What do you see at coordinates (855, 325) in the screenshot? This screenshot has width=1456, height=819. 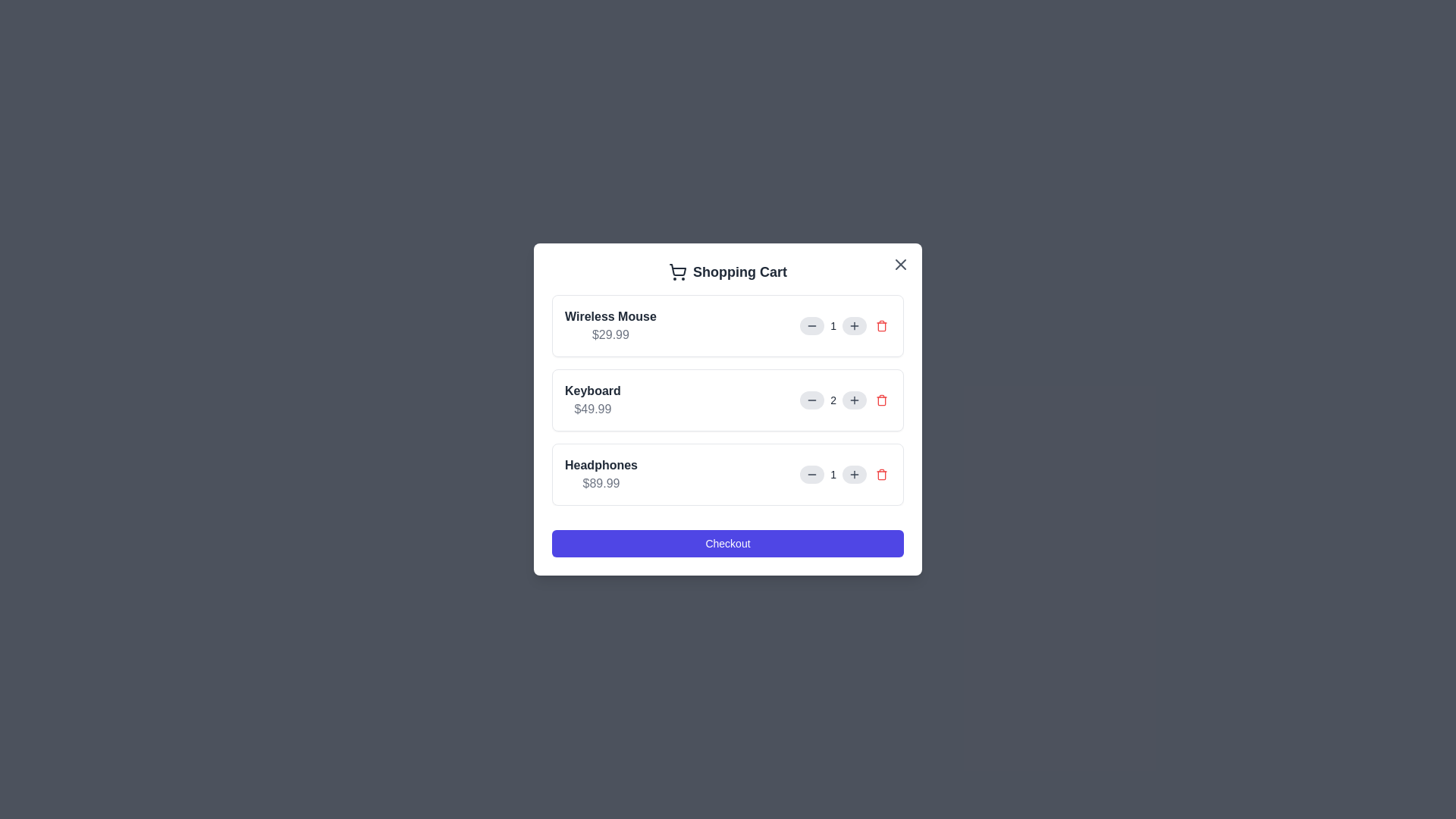 I see `the circular gray button with a plus icon in the 'Shopping Cart' modal next to the 'Wireless Mouse' quantity indicator to increase the quantity` at bounding box center [855, 325].